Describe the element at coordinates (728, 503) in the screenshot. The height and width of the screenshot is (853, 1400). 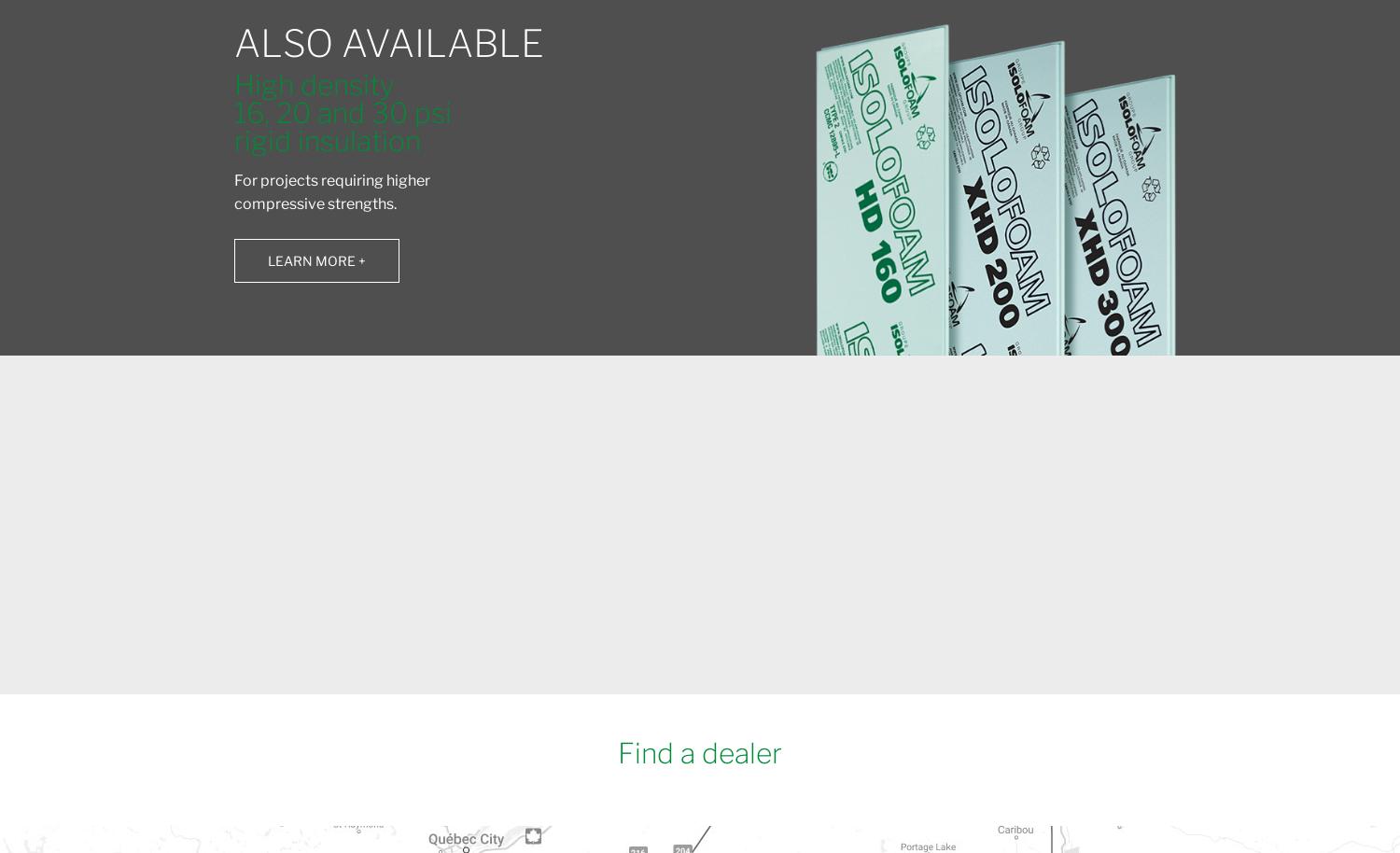
I see `'95-98% air, 2-5% plastics'` at that location.